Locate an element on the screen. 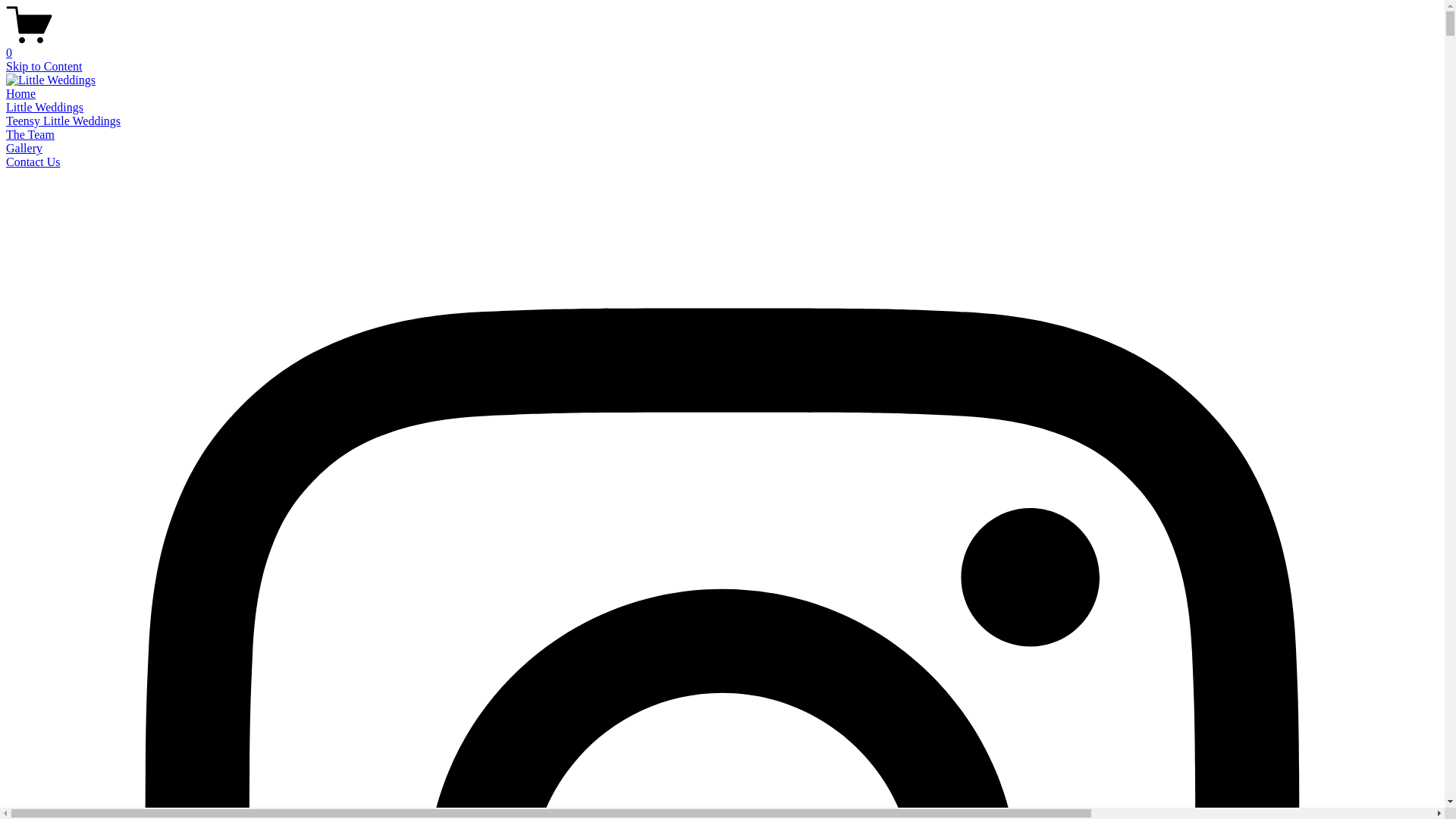 The width and height of the screenshot is (1456, 819). 'Teensy Little Weddings' is located at coordinates (62, 120).